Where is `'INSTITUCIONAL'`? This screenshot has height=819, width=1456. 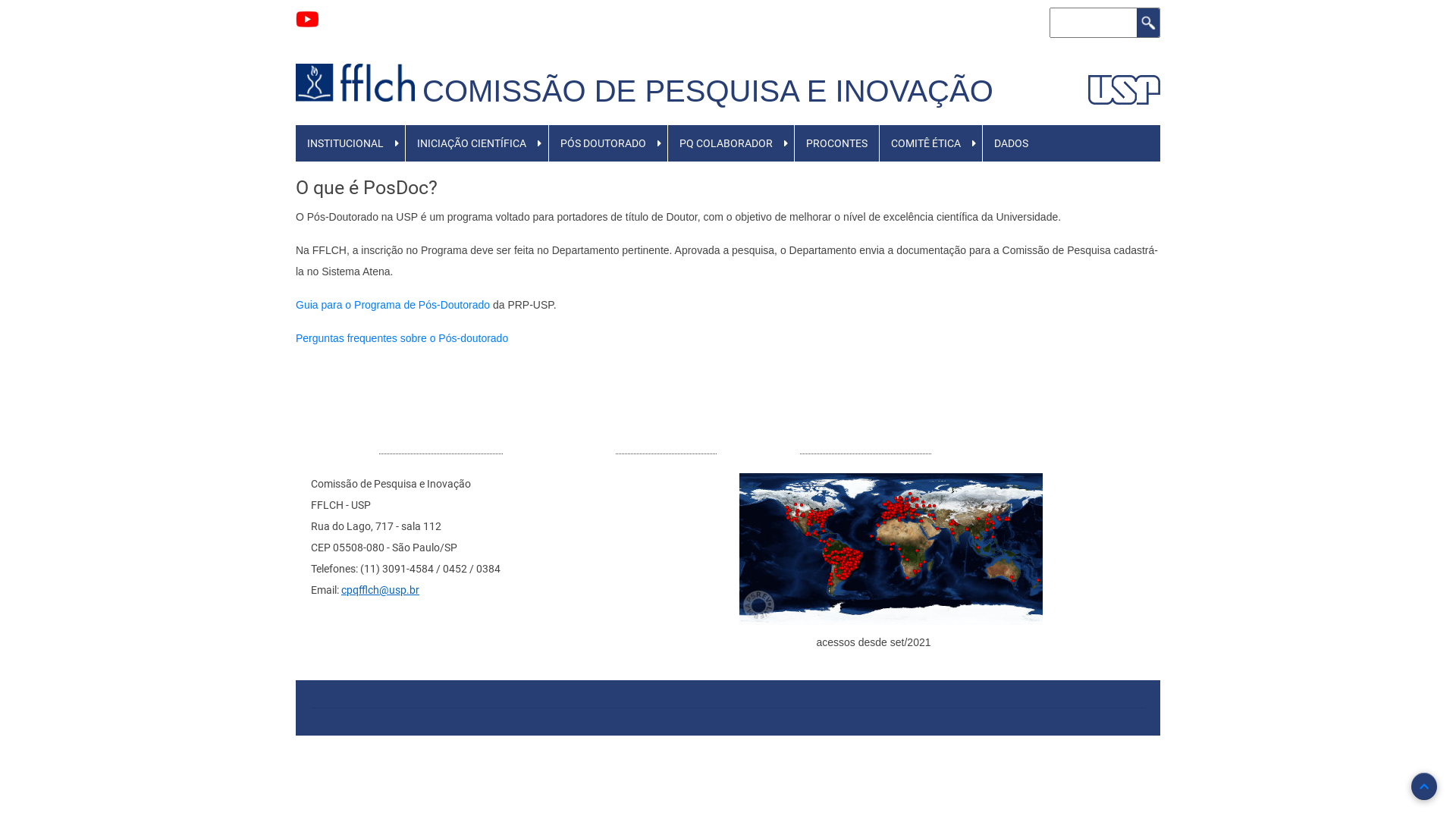
'INSTITUCIONAL' is located at coordinates (344, 143).